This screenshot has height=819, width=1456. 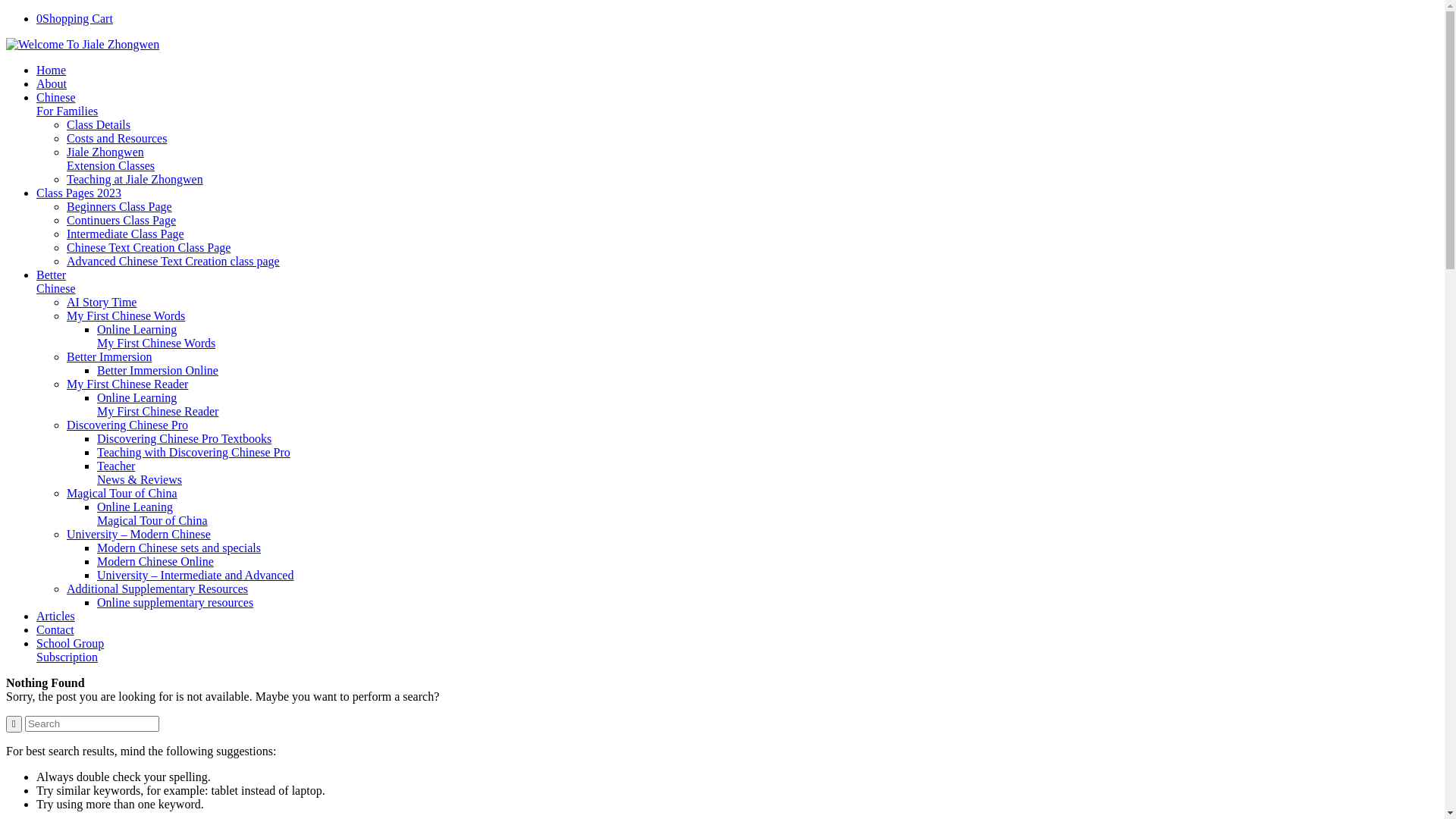 What do you see at coordinates (78, 192) in the screenshot?
I see `'Class Pages 2023'` at bounding box center [78, 192].